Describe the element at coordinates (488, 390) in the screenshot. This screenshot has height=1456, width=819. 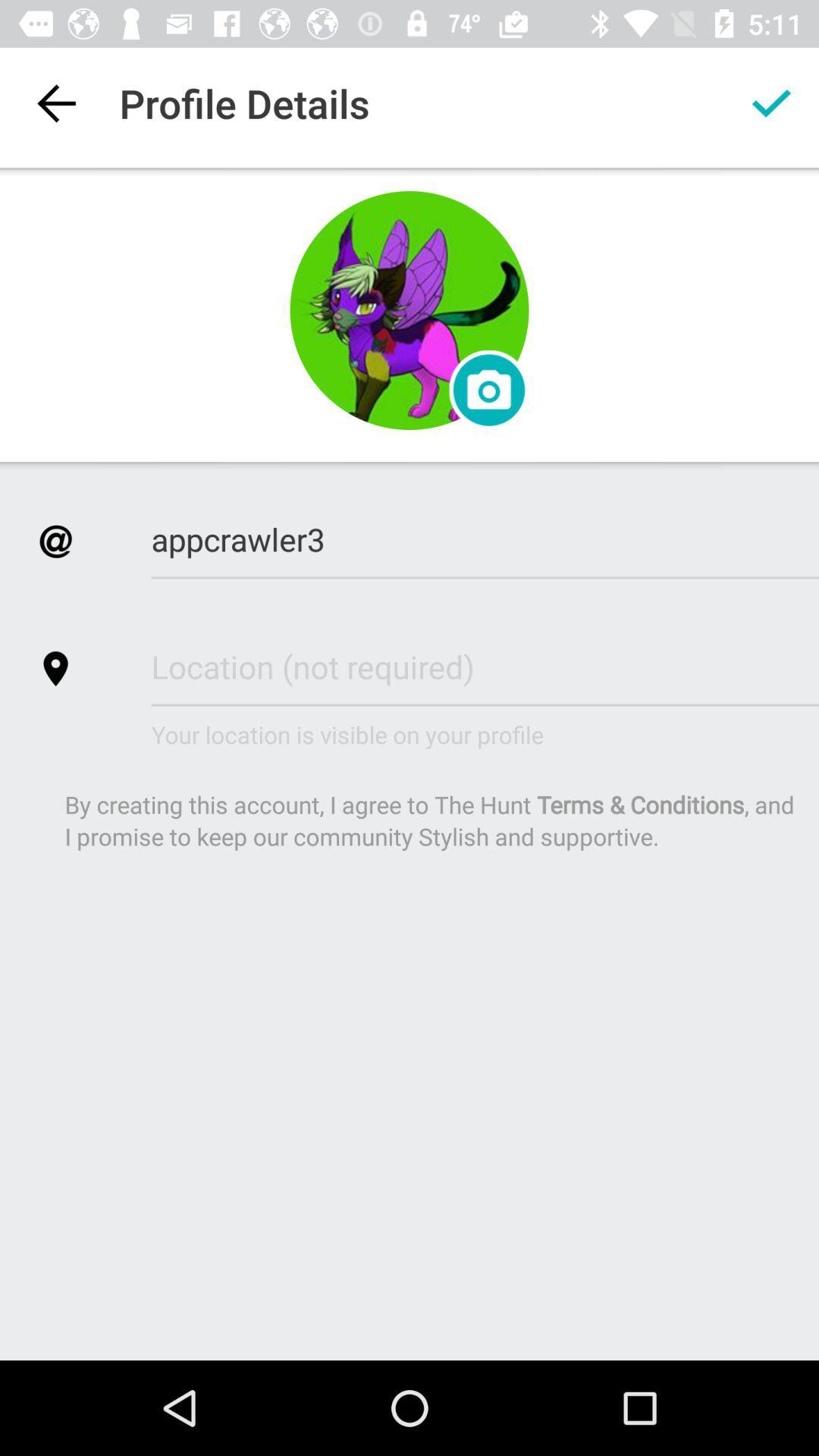
I see `the photo icon` at that location.